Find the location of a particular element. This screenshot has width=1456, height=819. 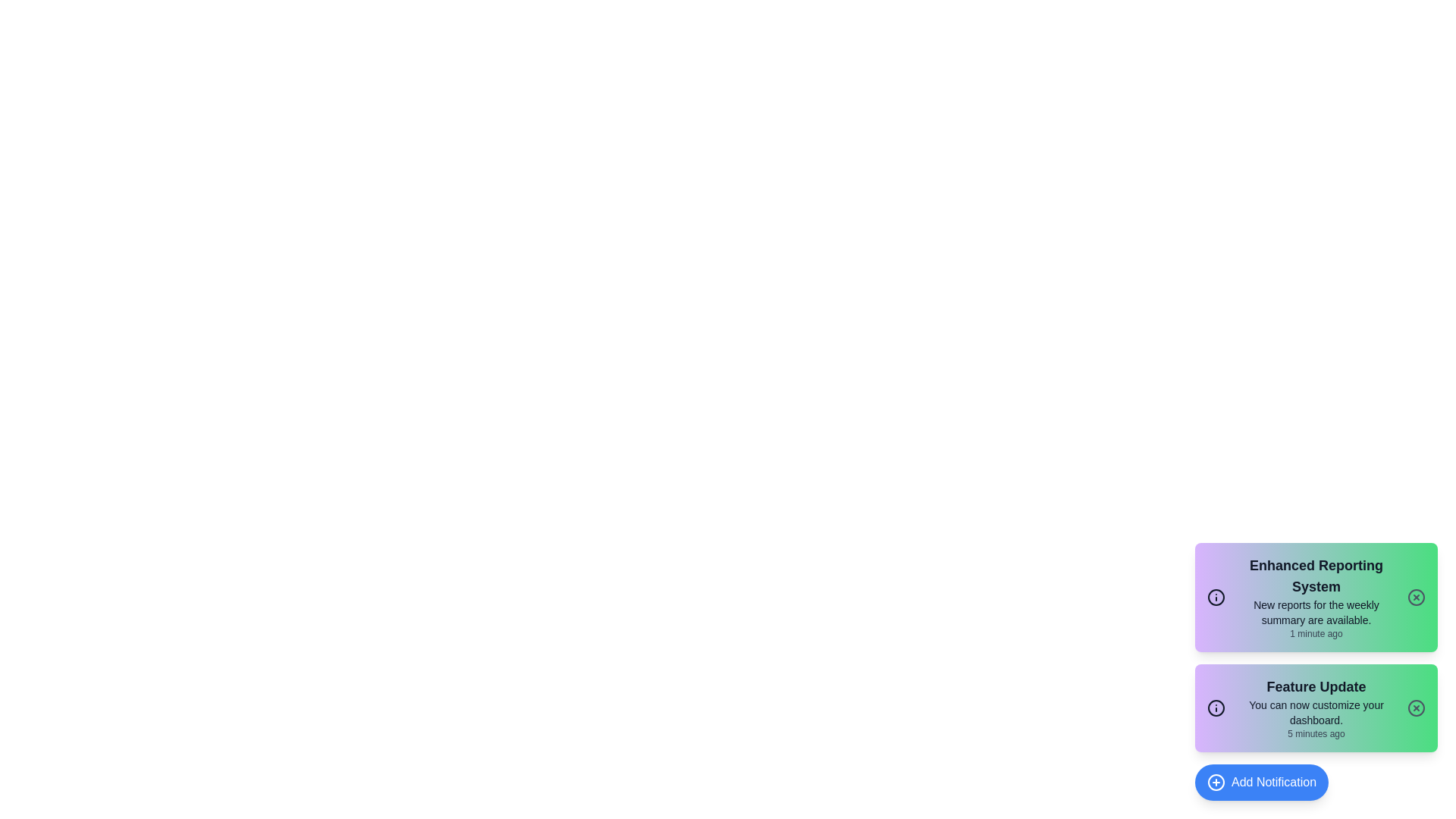

the 'Add Notification' button to trigger a new notification is located at coordinates (1262, 783).